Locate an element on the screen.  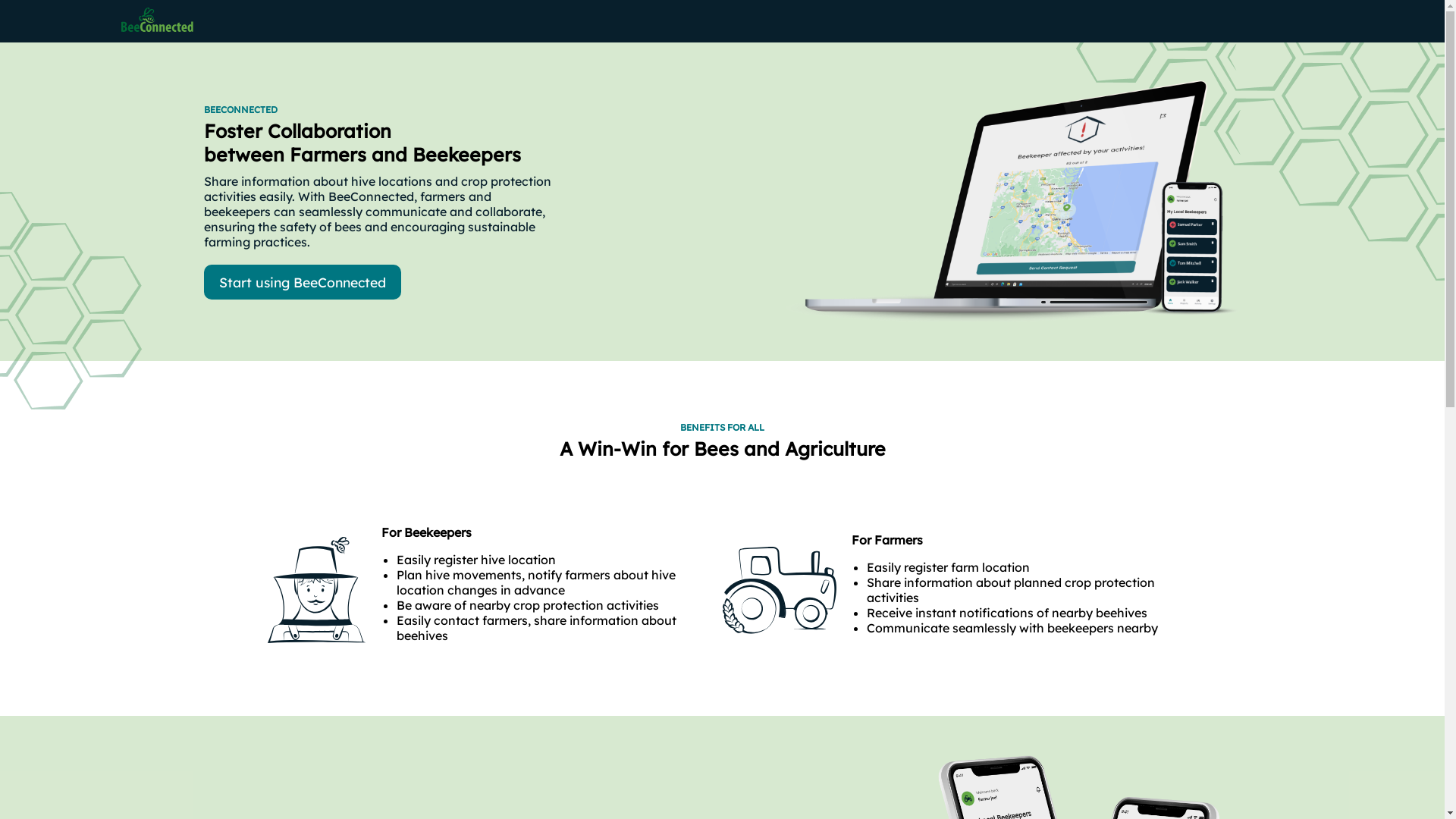
'Start using BeeConnected' is located at coordinates (302, 281).